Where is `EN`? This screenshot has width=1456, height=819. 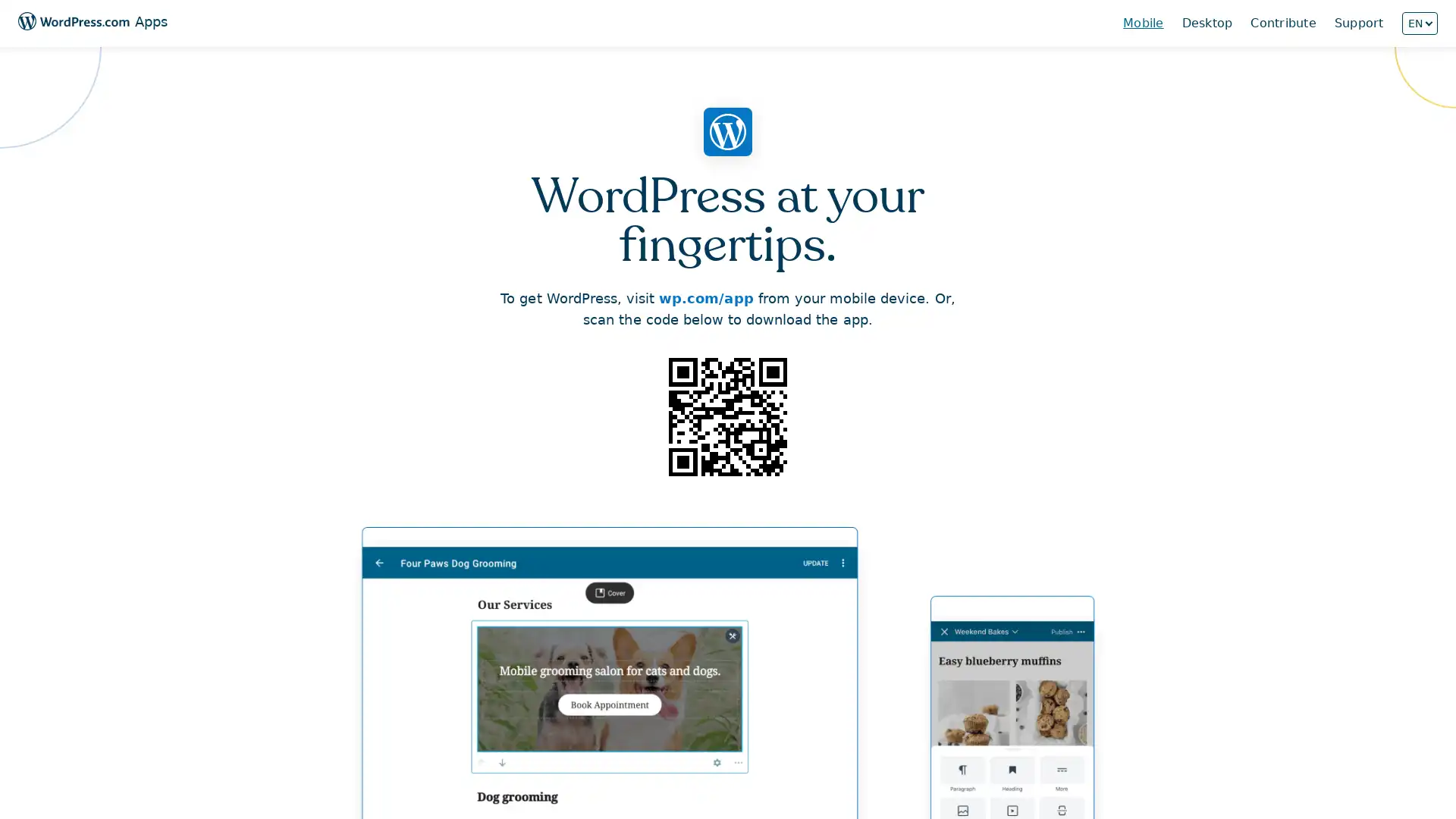
EN is located at coordinates (1419, 23).